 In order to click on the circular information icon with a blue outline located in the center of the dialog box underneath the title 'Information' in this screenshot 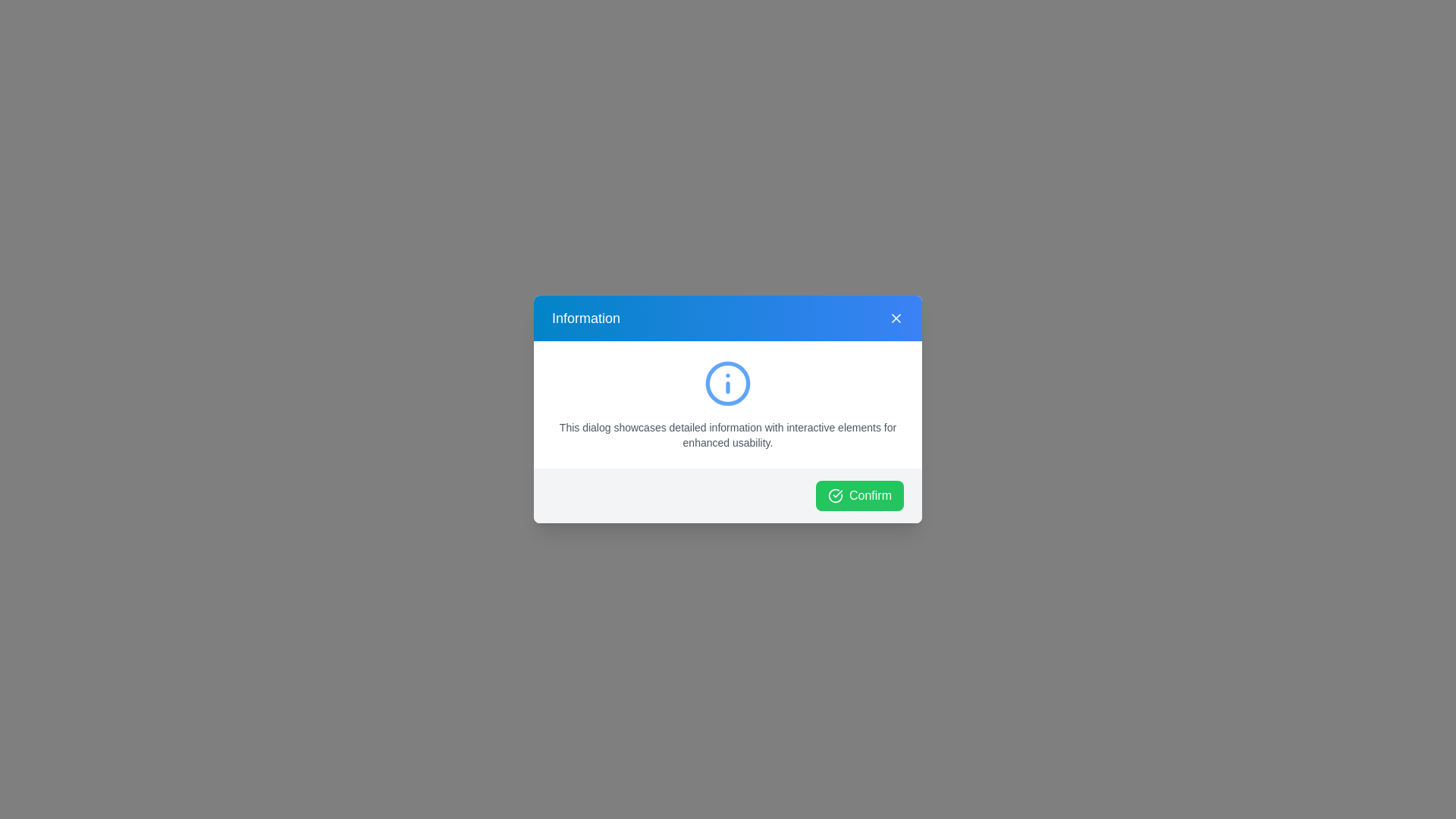, I will do `click(728, 382)`.